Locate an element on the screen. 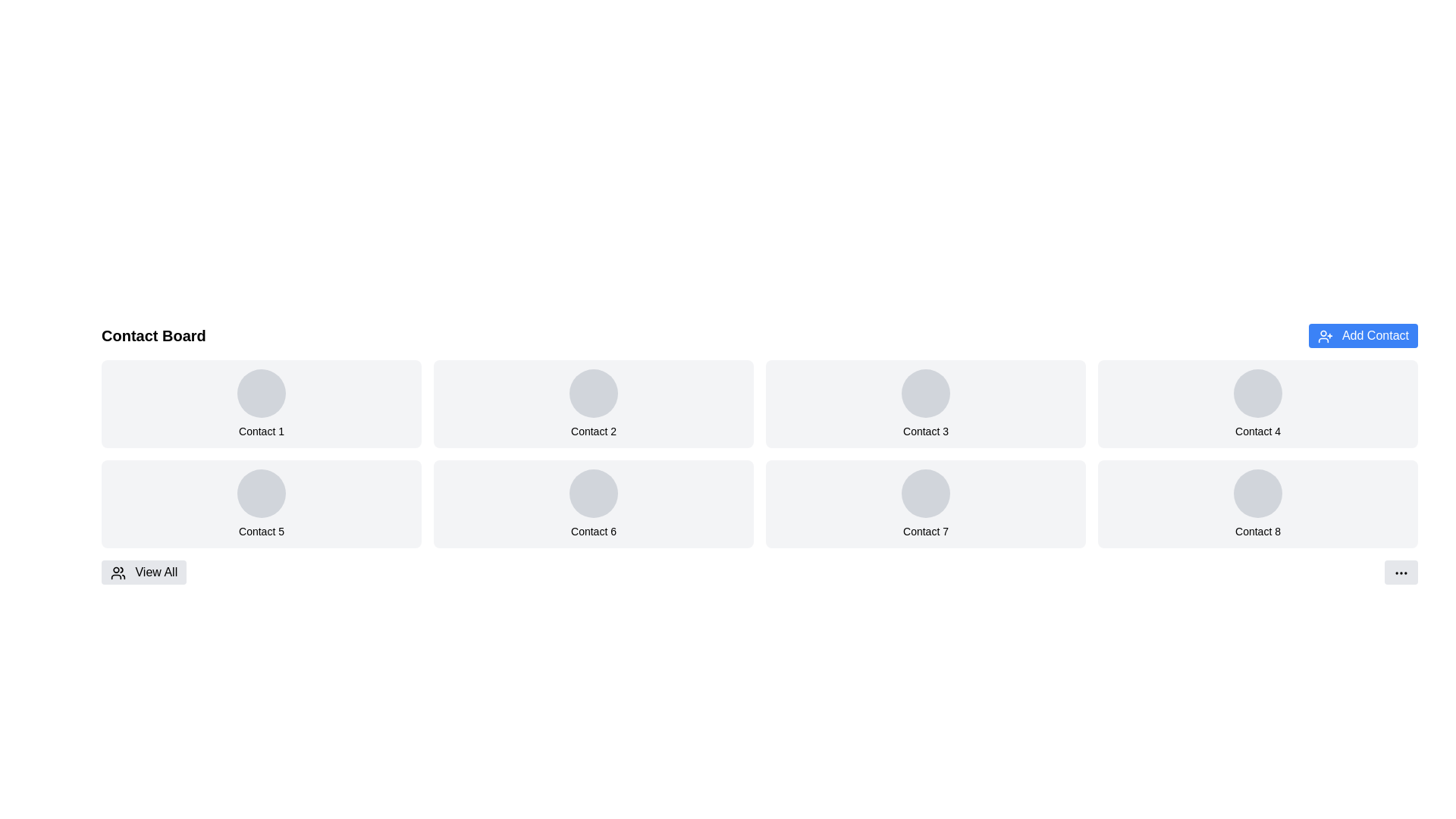 The image size is (1456, 819). the circular profile-like placeholder with a gray background located in the 'Contact 4' card, which is in the second row and fourth column of the grid is located at coordinates (1258, 393).